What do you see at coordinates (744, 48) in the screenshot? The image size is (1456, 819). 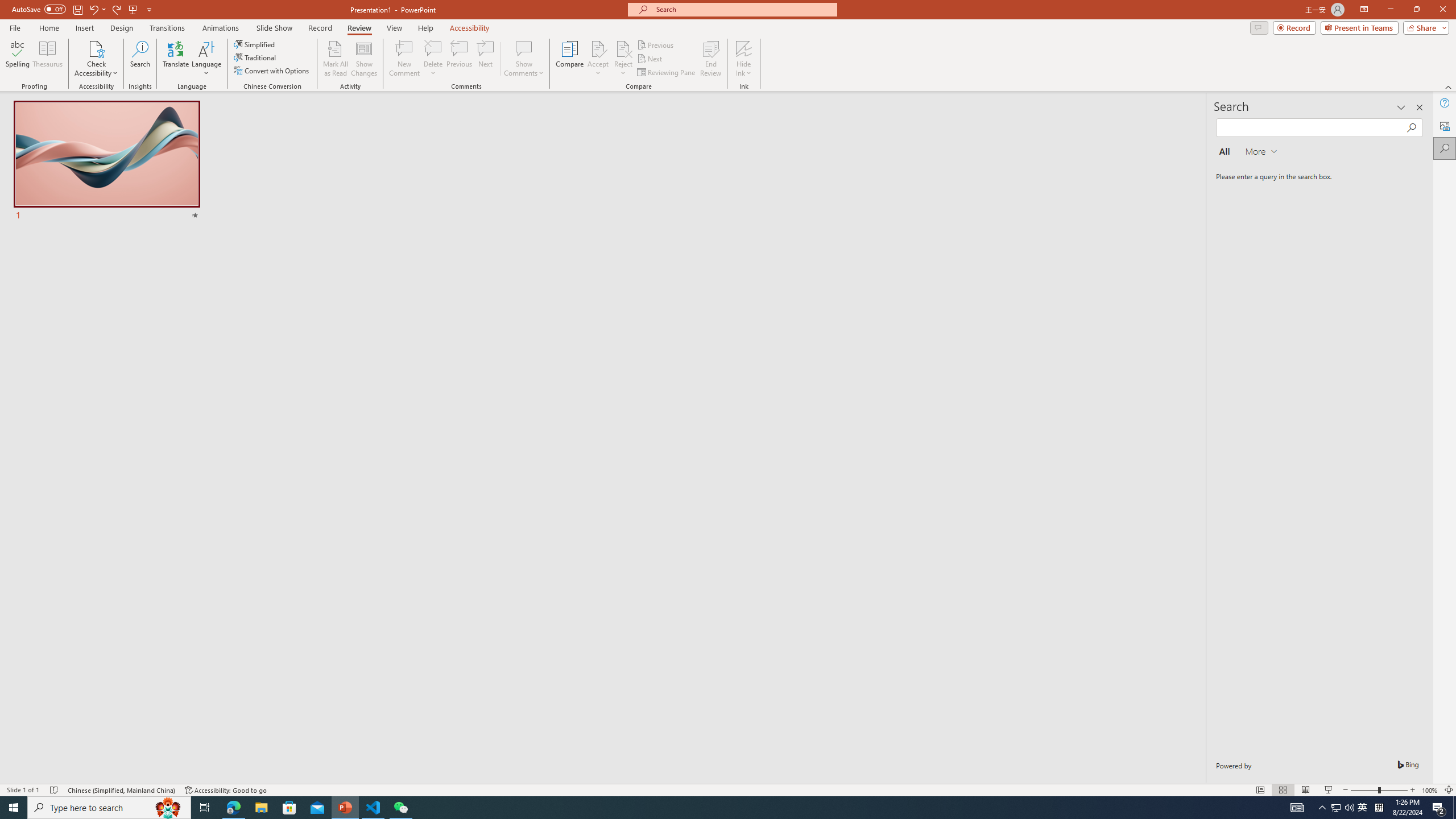 I see `'Hide Ink'` at bounding box center [744, 48].